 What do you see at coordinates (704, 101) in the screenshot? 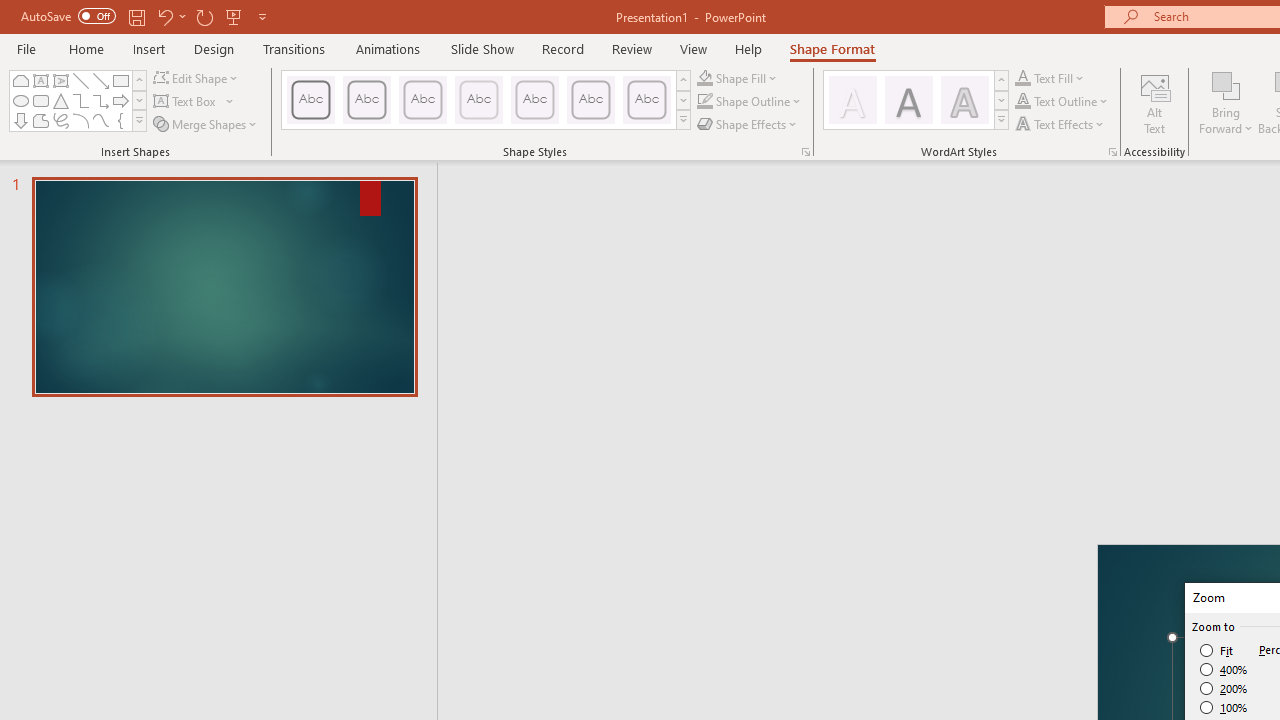
I see `'Shape Outline Blue, Accent 1'` at bounding box center [704, 101].